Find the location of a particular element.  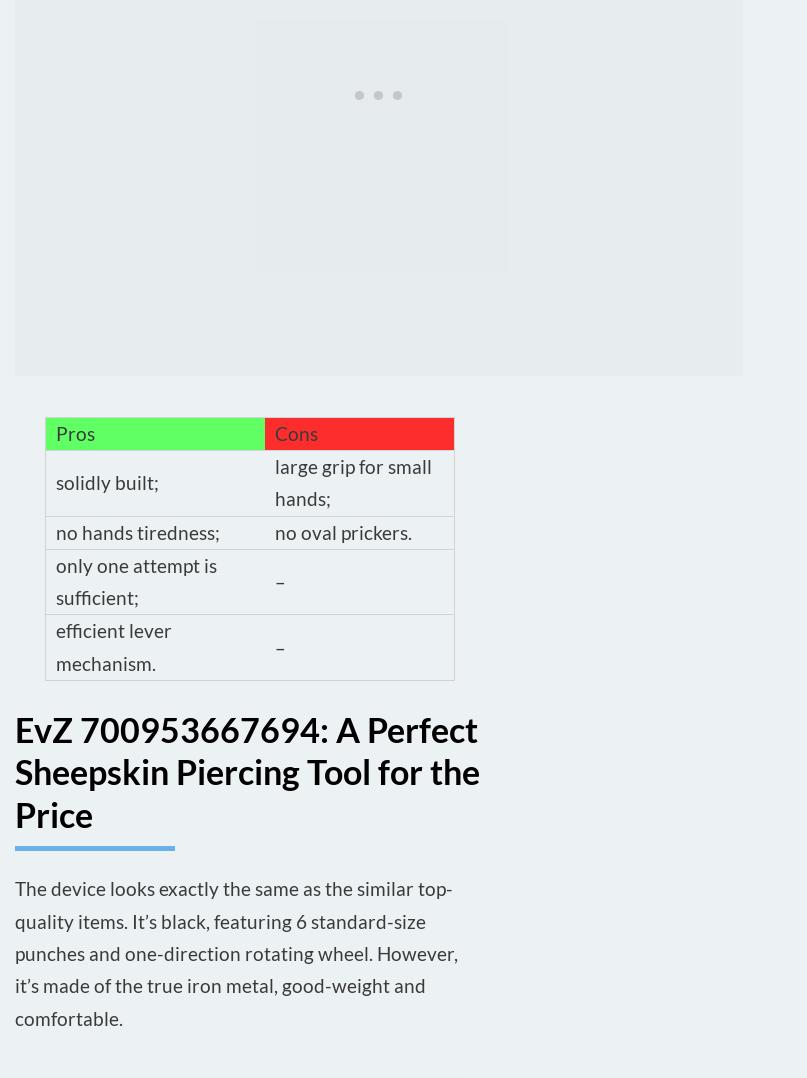

'efficient lever mechanism.' is located at coordinates (56, 645).